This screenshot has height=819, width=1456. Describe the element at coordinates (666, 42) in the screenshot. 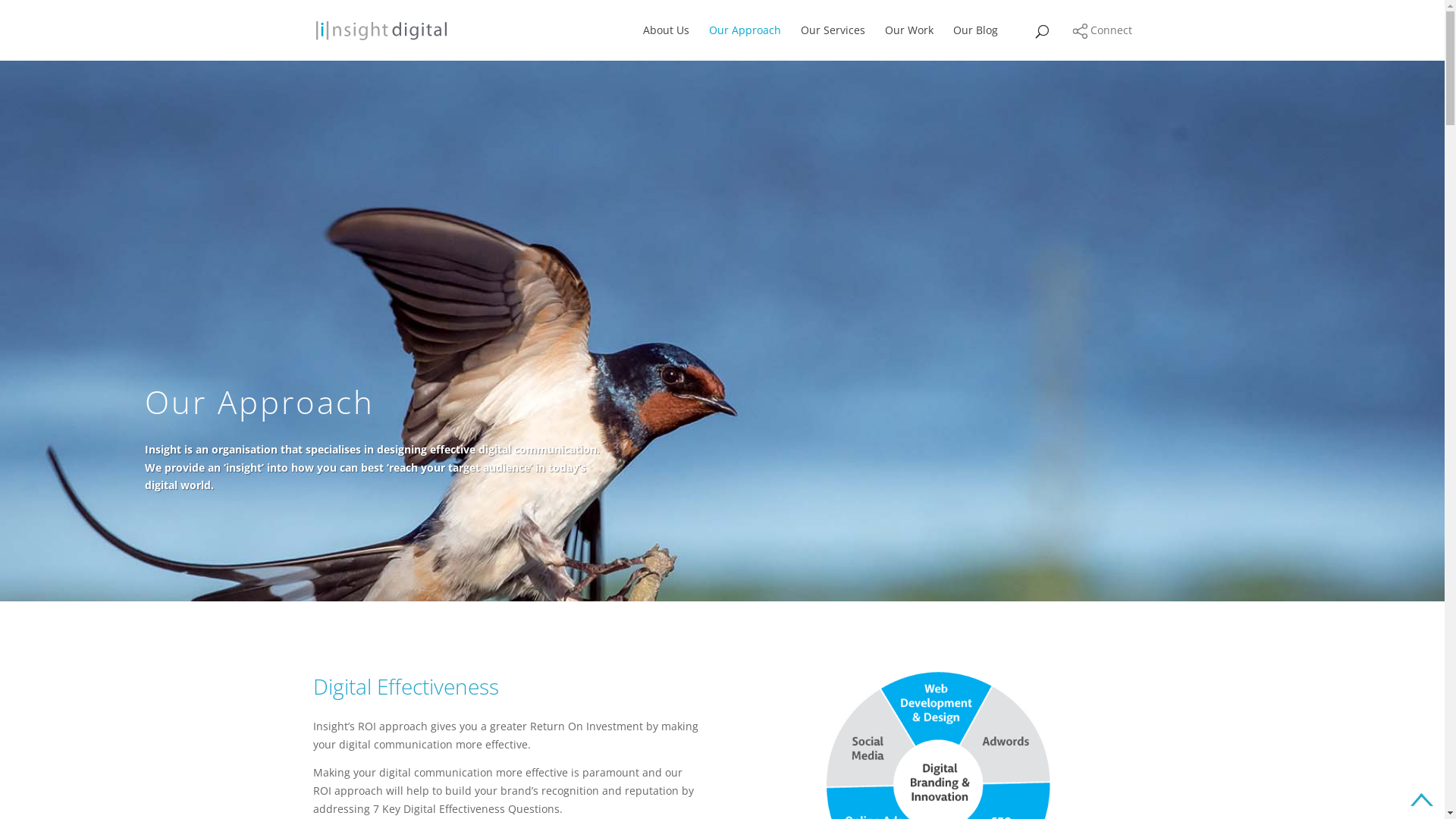

I see `'About Us'` at that location.